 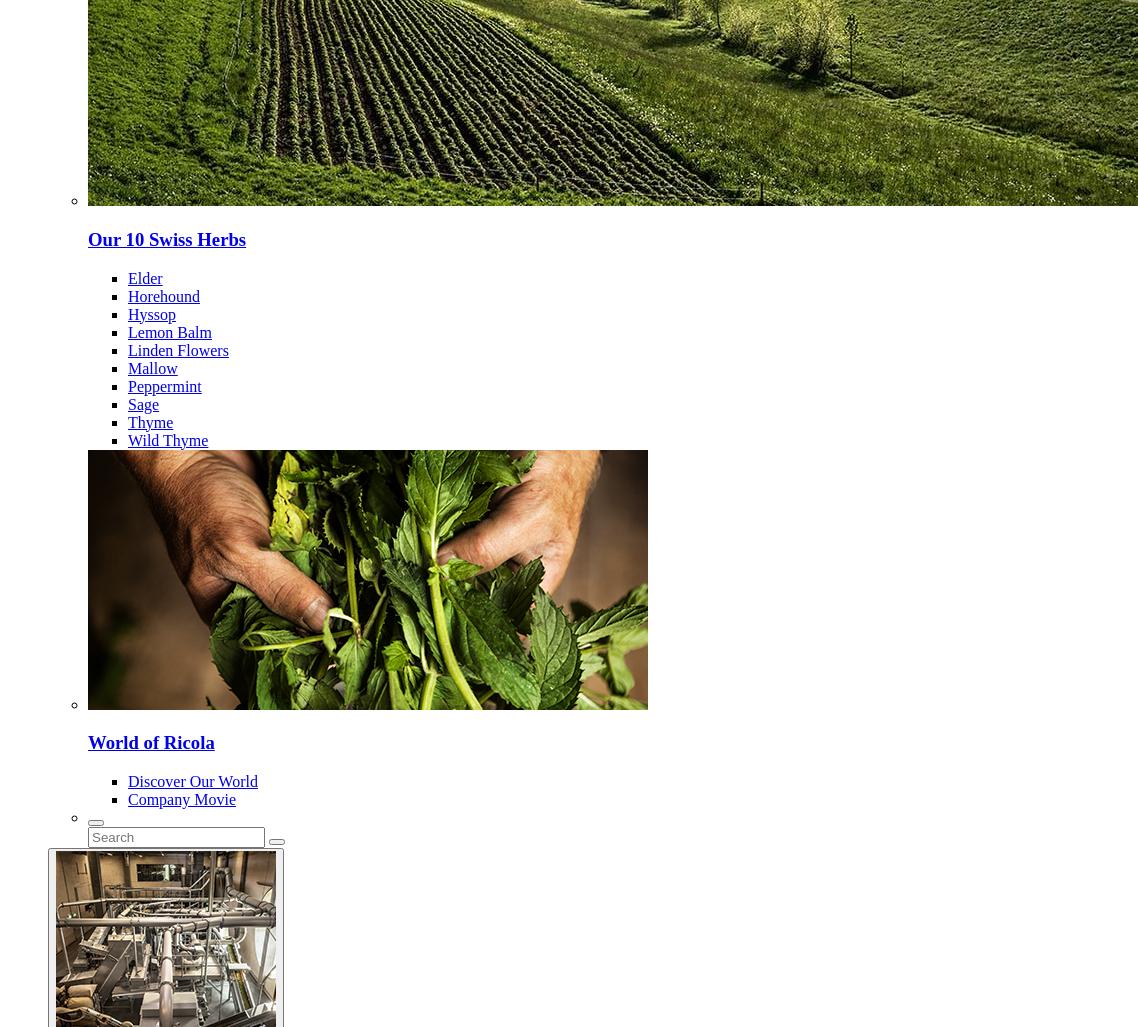 What do you see at coordinates (180, 799) in the screenshot?
I see `'Company Movie'` at bounding box center [180, 799].